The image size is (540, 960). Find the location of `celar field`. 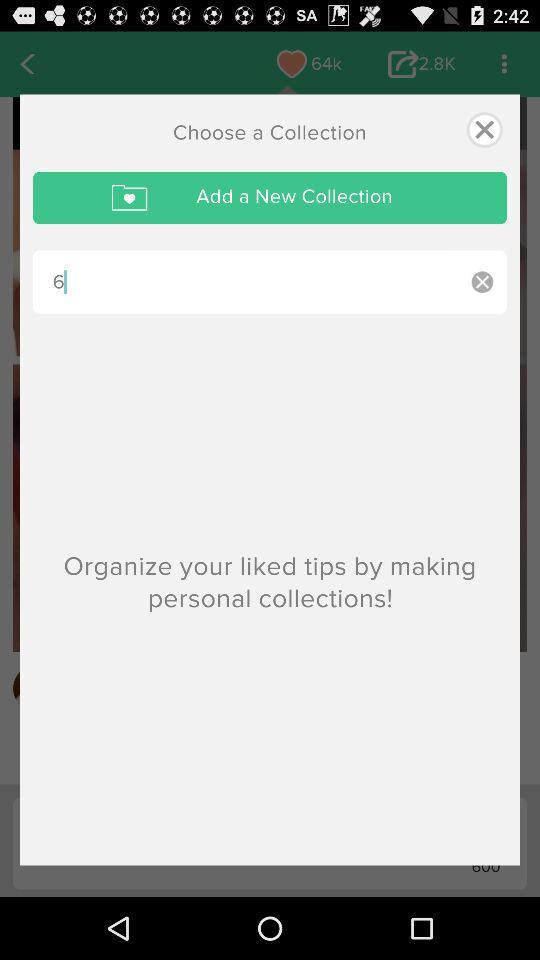

celar field is located at coordinates (481, 281).